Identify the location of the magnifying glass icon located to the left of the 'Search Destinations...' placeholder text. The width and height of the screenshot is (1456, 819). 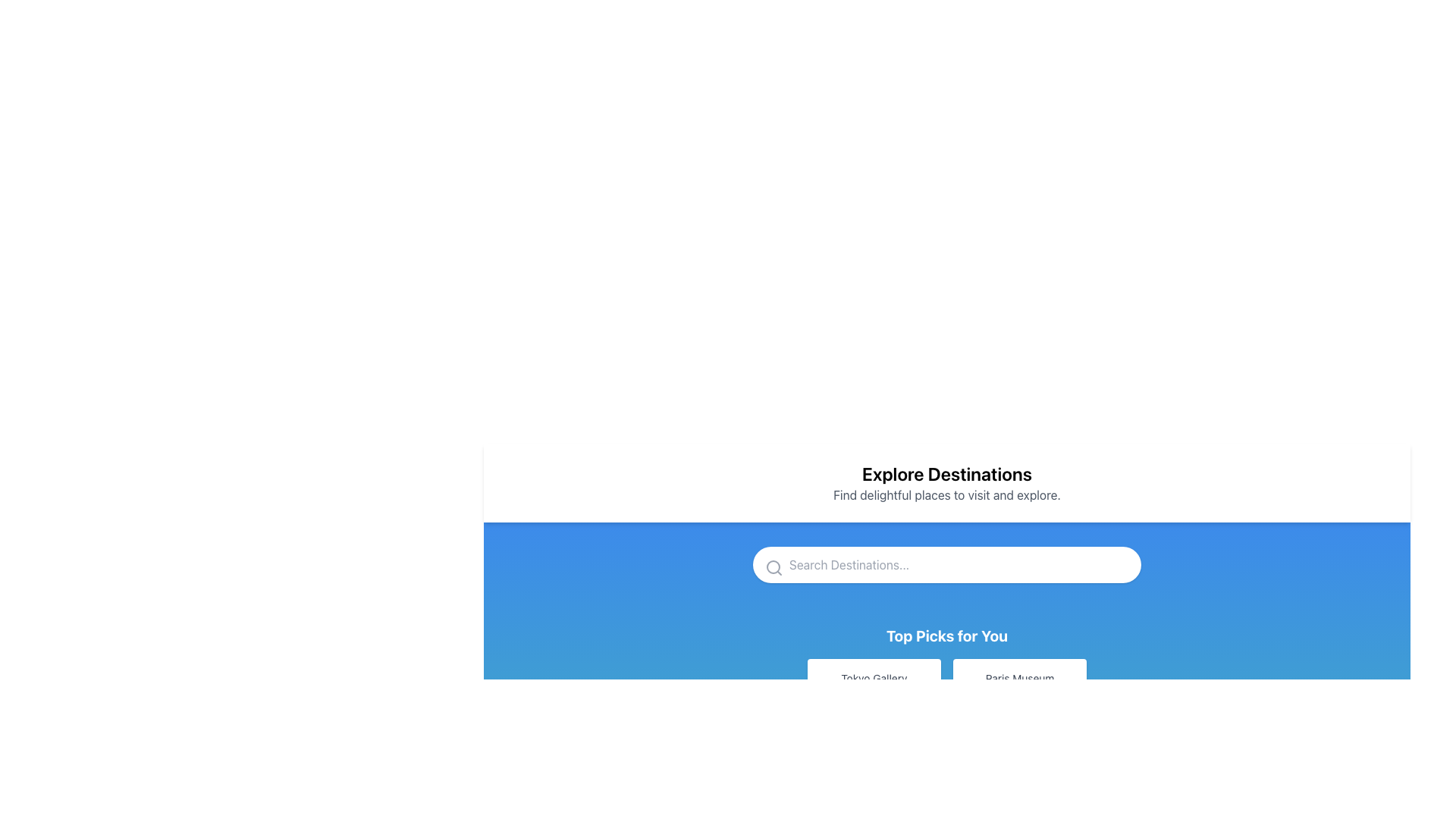
(774, 567).